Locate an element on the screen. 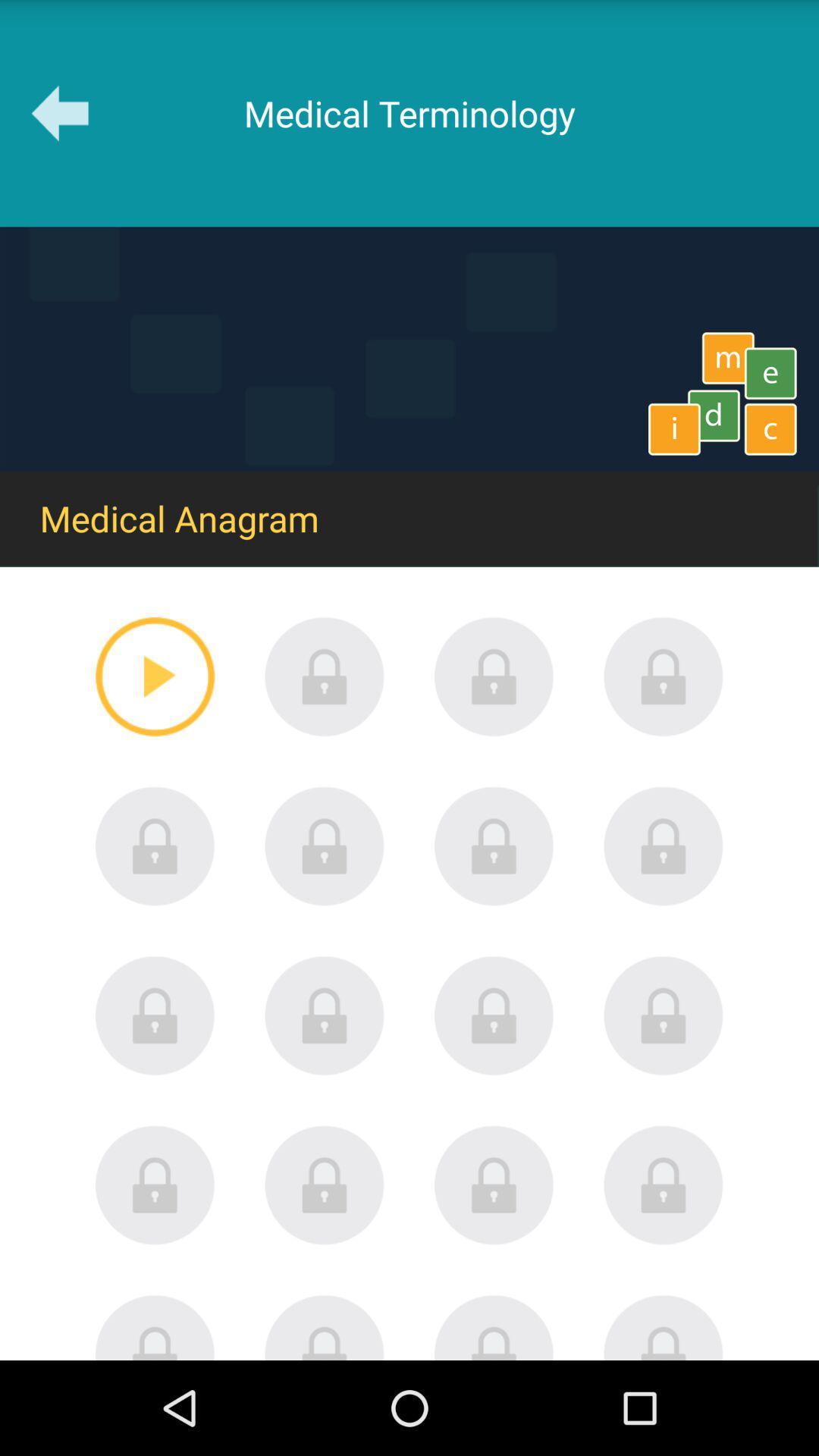 Image resolution: width=819 pixels, height=1456 pixels. play is located at coordinates (155, 676).